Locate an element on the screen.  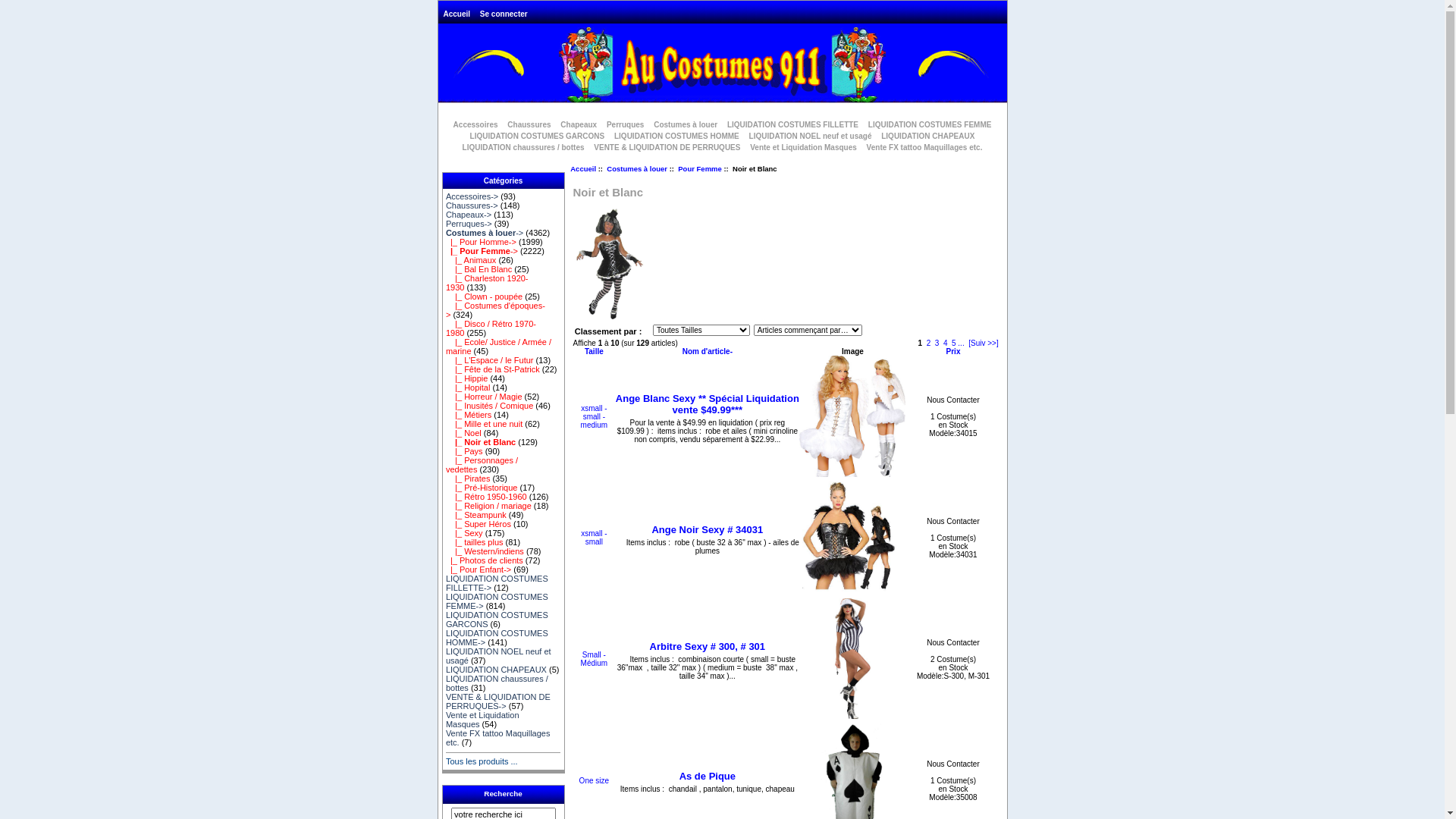
'Vente FX tattoo Maquillages etc.' is located at coordinates (498, 736).